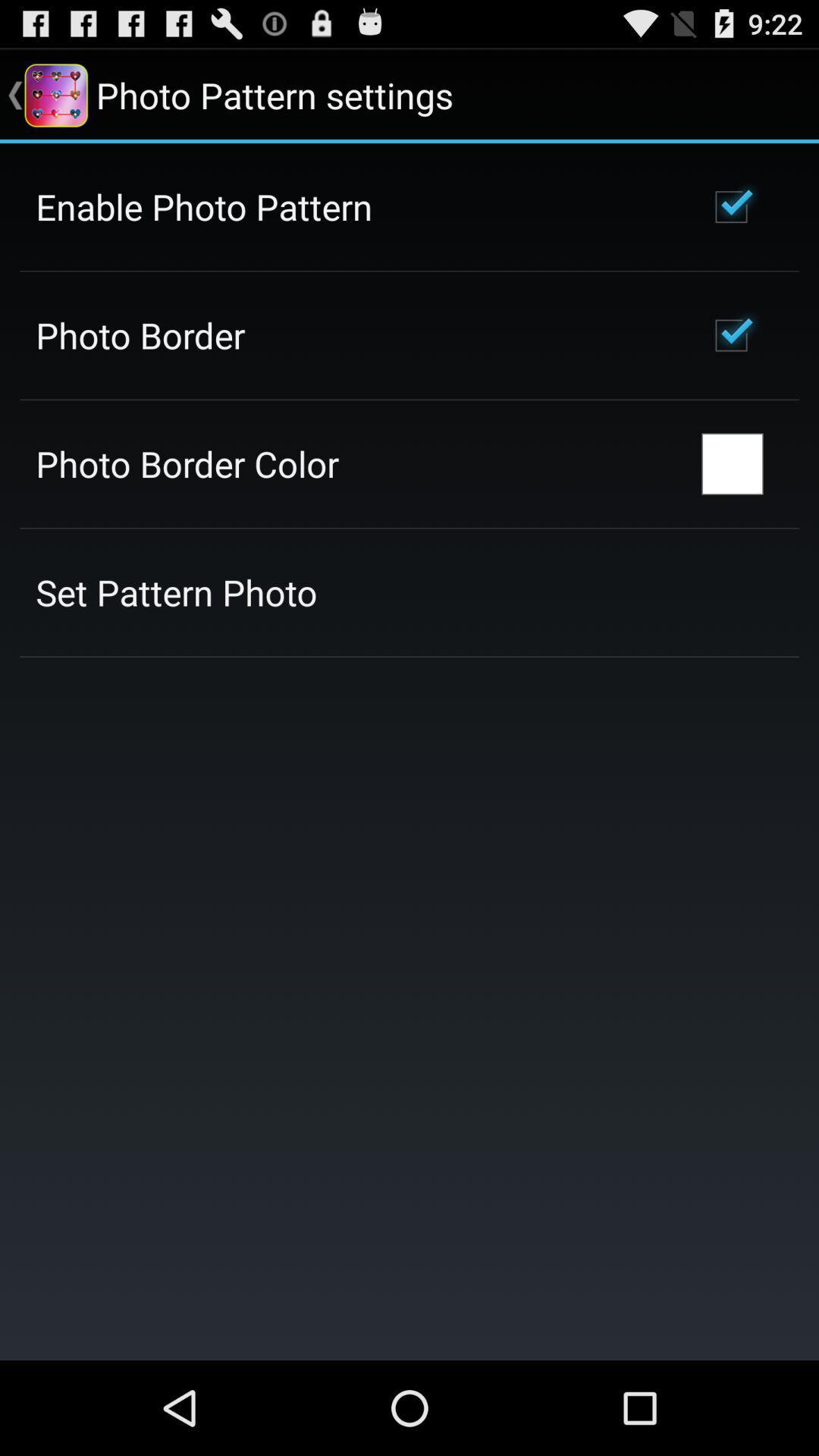  What do you see at coordinates (731, 463) in the screenshot?
I see `the icon to the right of photo border color` at bounding box center [731, 463].